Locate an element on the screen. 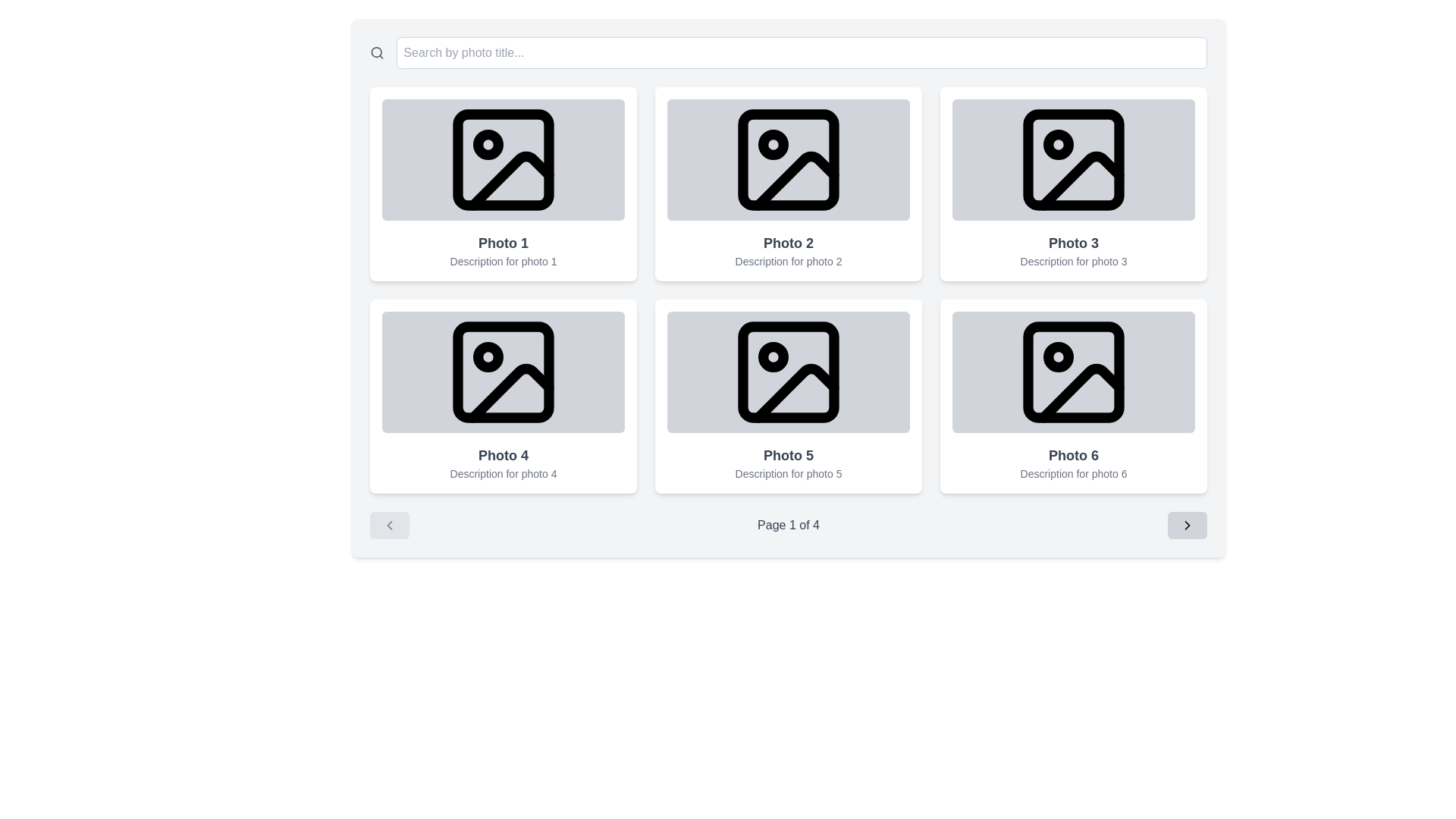  the details (title and description) of the Card element showcasing 'Photo 5' in the middle column of the second row of the grid layout is located at coordinates (789, 396).